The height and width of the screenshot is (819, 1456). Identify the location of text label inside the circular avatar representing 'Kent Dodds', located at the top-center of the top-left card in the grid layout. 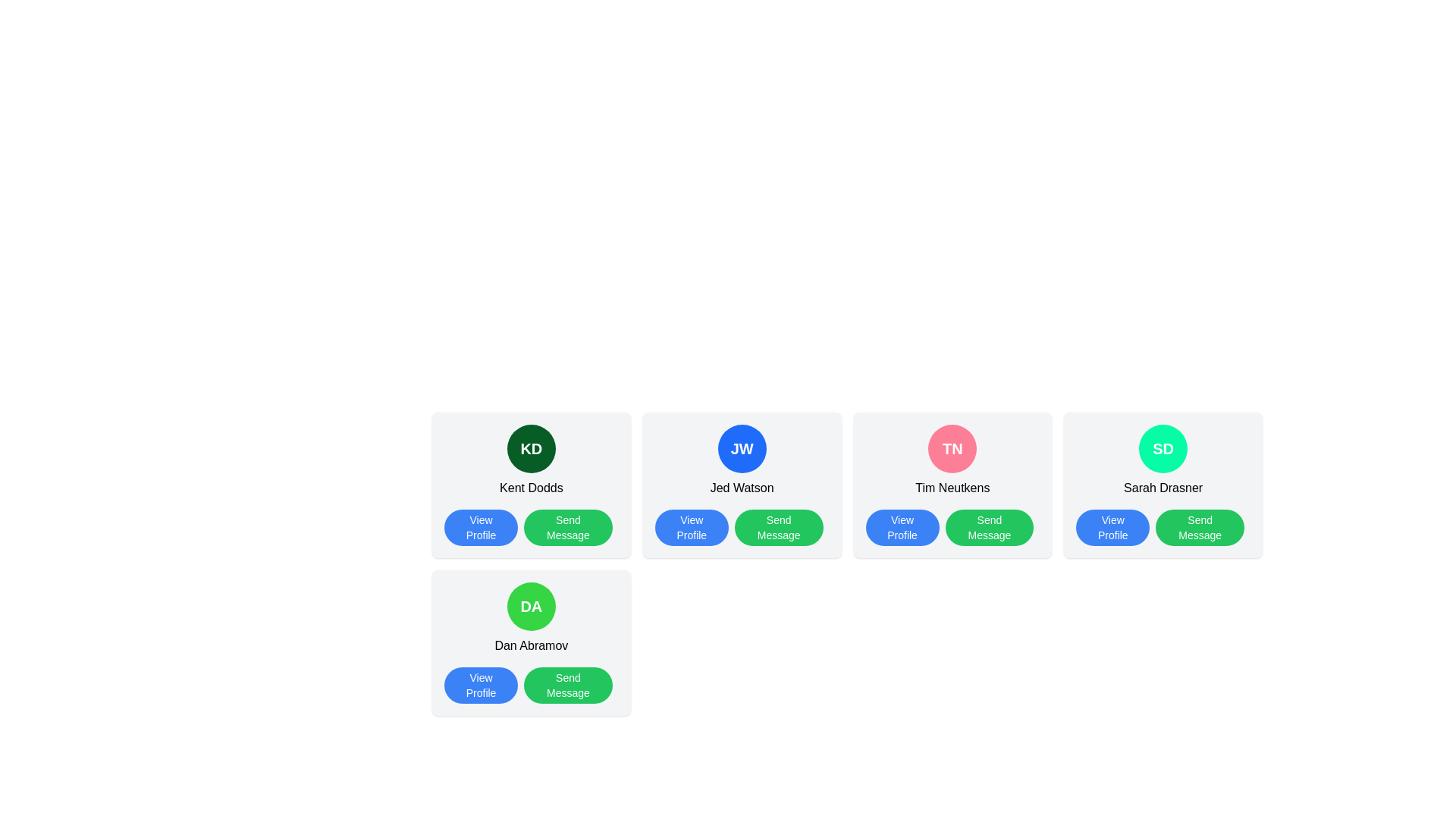
(531, 447).